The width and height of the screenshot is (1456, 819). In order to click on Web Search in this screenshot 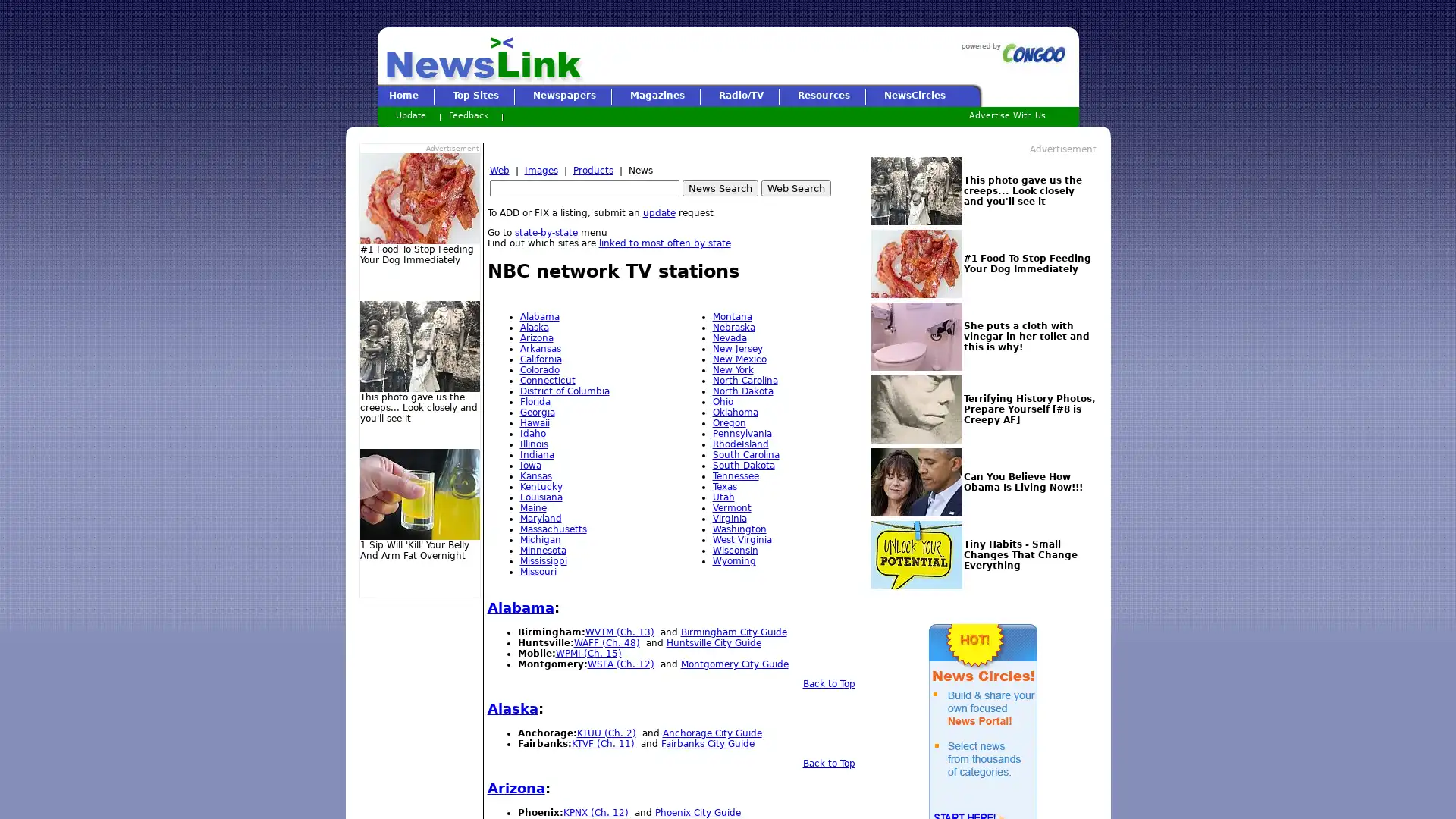, I will do `click(795, 187)`.